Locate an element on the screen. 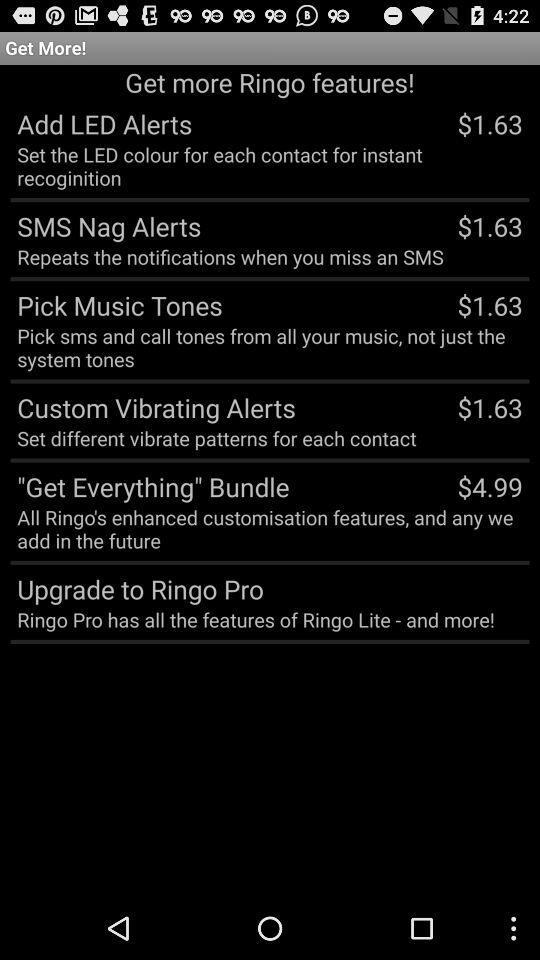 The height and width of the screenshot is (960, 540). icon above the set different vibrate item is located at coordinates (152, 406).